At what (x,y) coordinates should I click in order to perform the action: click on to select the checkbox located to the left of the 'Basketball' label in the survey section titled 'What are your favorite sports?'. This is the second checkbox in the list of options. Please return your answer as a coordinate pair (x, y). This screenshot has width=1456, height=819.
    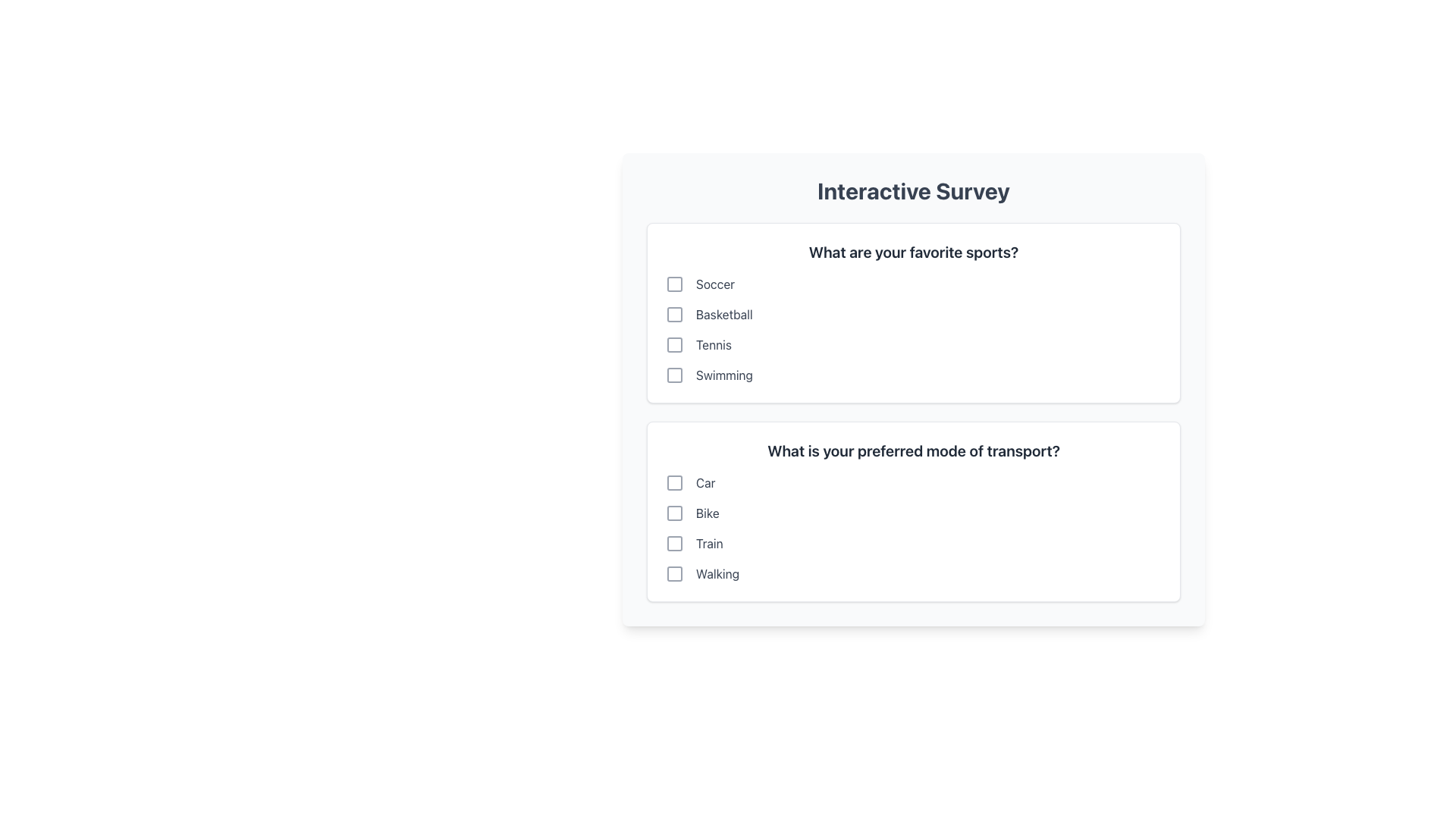
    Looking at the image, I should click on (673, 314).